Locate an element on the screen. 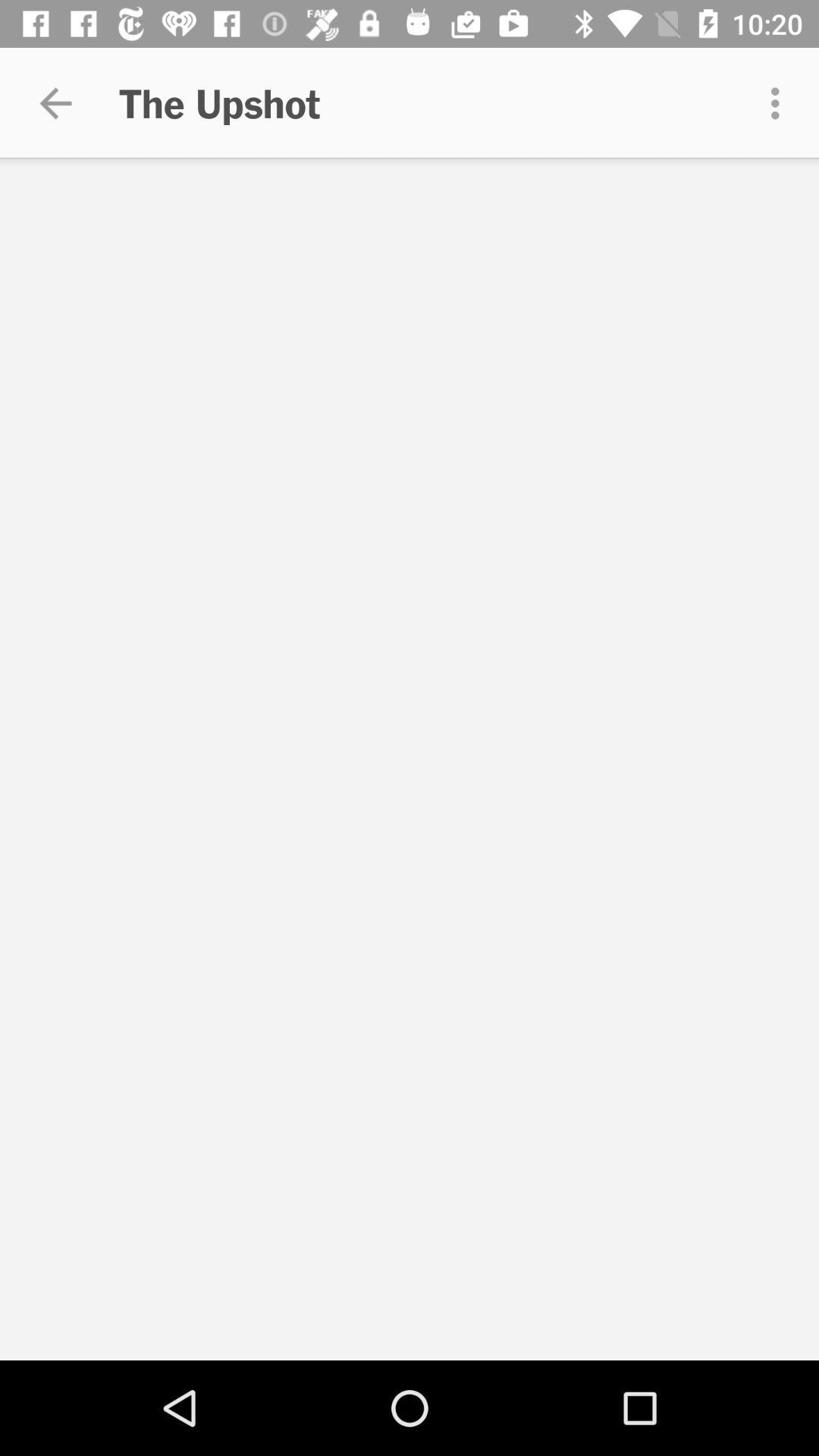 Image resolution: width=819 pixels, height=1456 pixels. app next to the upshot item is located at coordinates (779, 102).